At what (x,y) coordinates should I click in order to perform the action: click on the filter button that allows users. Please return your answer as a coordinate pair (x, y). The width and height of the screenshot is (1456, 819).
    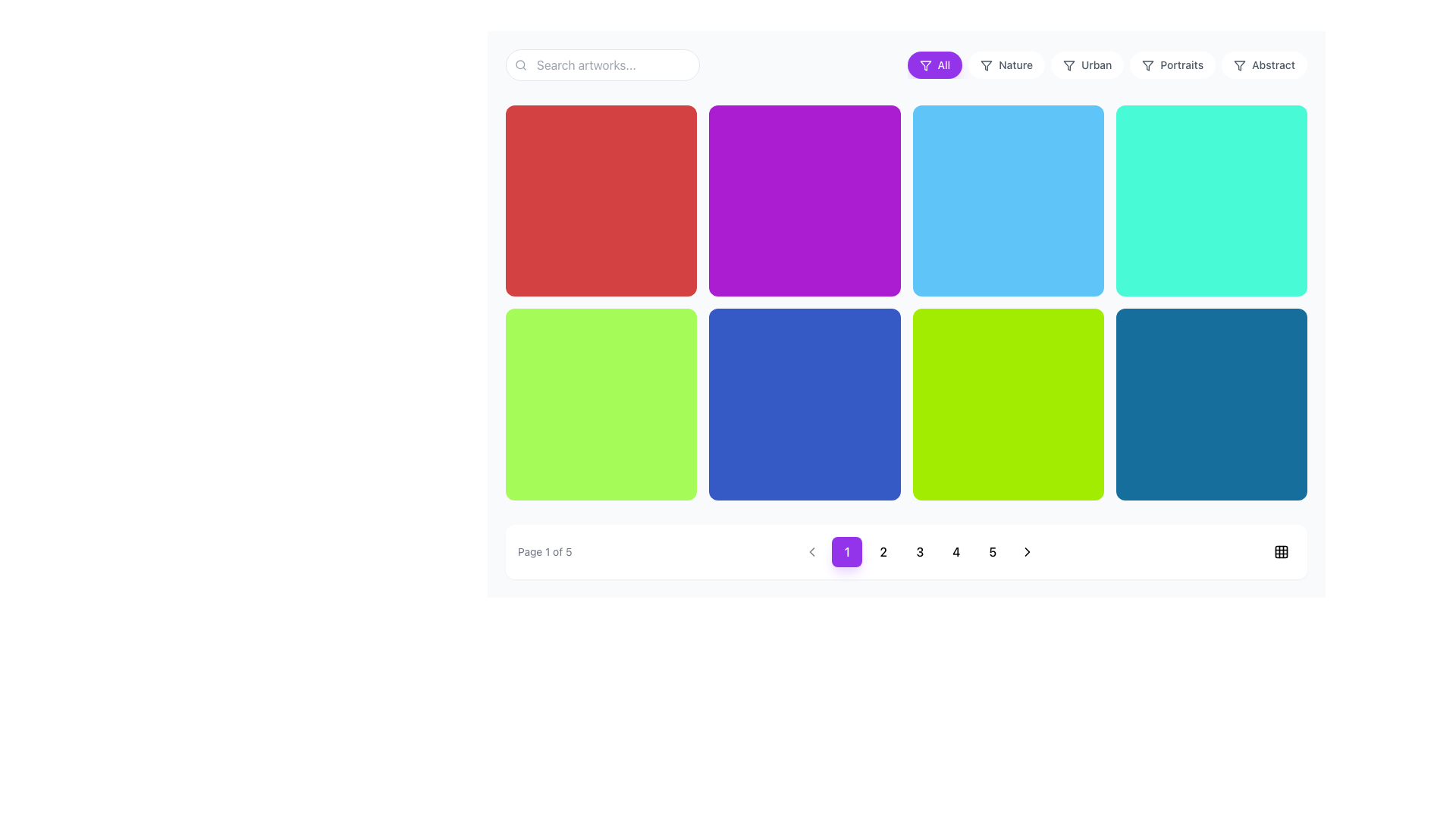
    Looking at the image, I should click on (1087, 64).